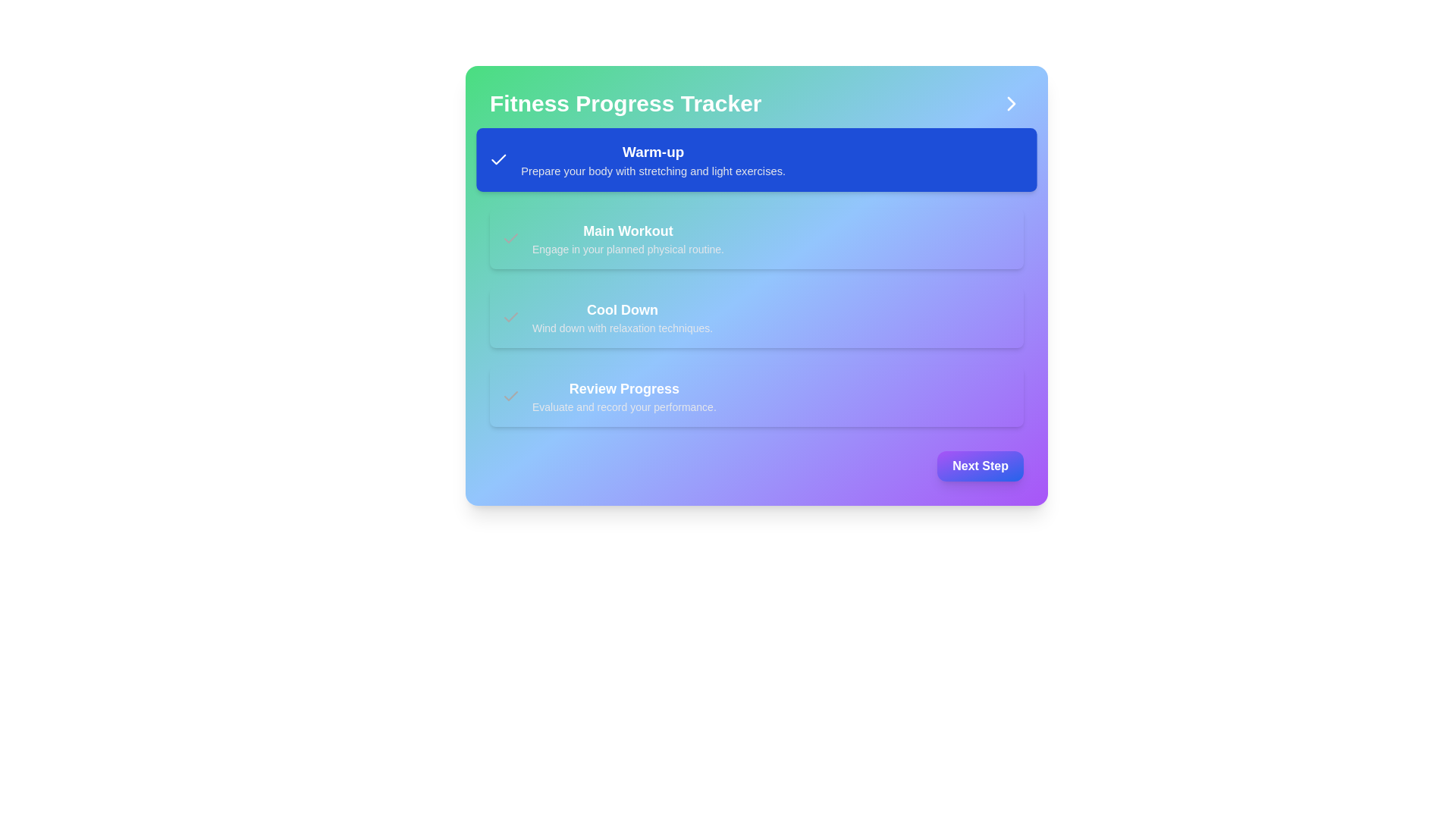  What do you see at coordinates (757, 103) in the screenshot?
I see `the 'Fitness Progress Tracker' header text to read it` at bounding box center [757, 103].